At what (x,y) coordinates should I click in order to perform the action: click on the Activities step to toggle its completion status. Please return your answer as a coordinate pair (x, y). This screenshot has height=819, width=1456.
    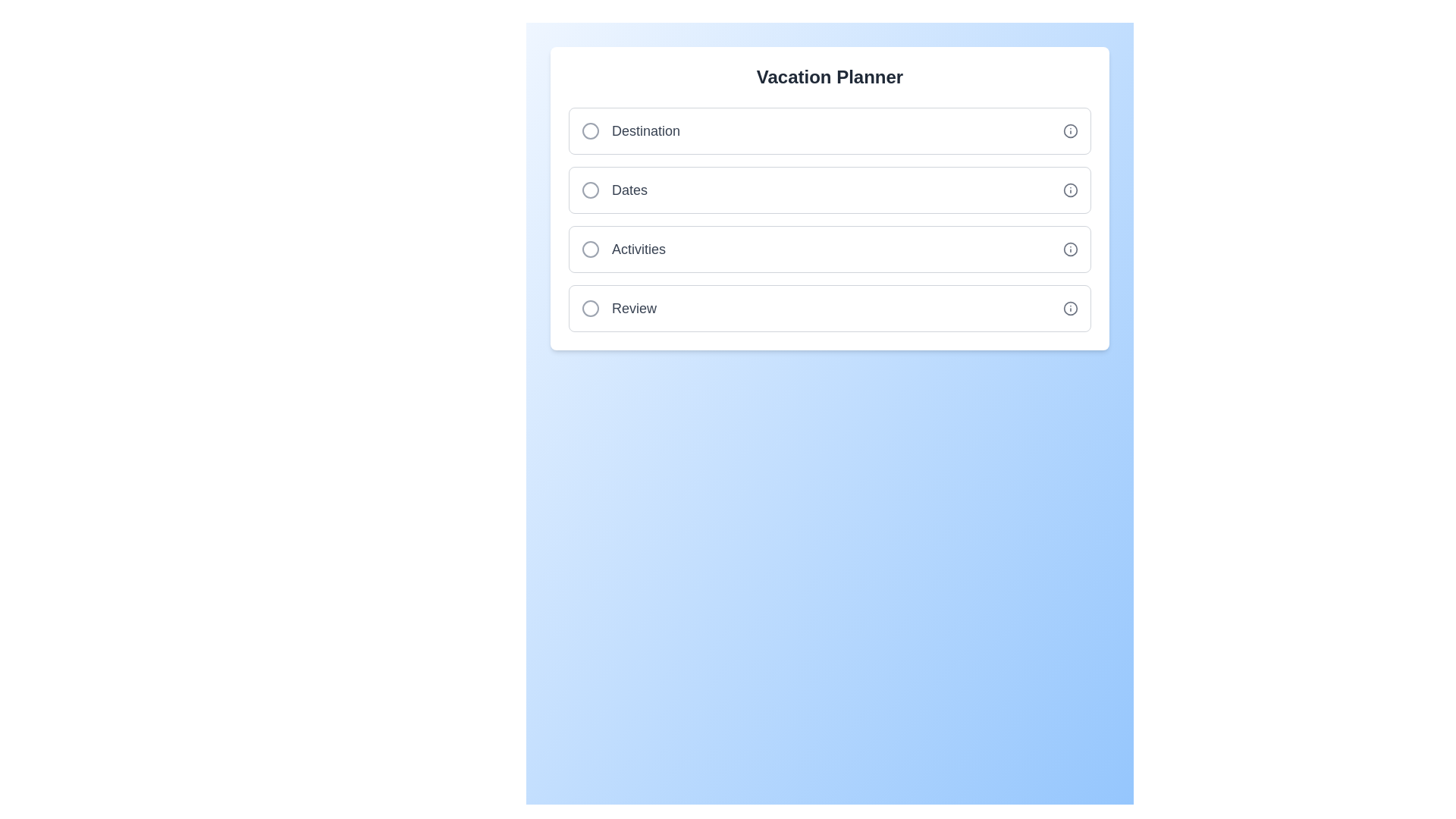
    Looking at the image, I should click on (829, 248).